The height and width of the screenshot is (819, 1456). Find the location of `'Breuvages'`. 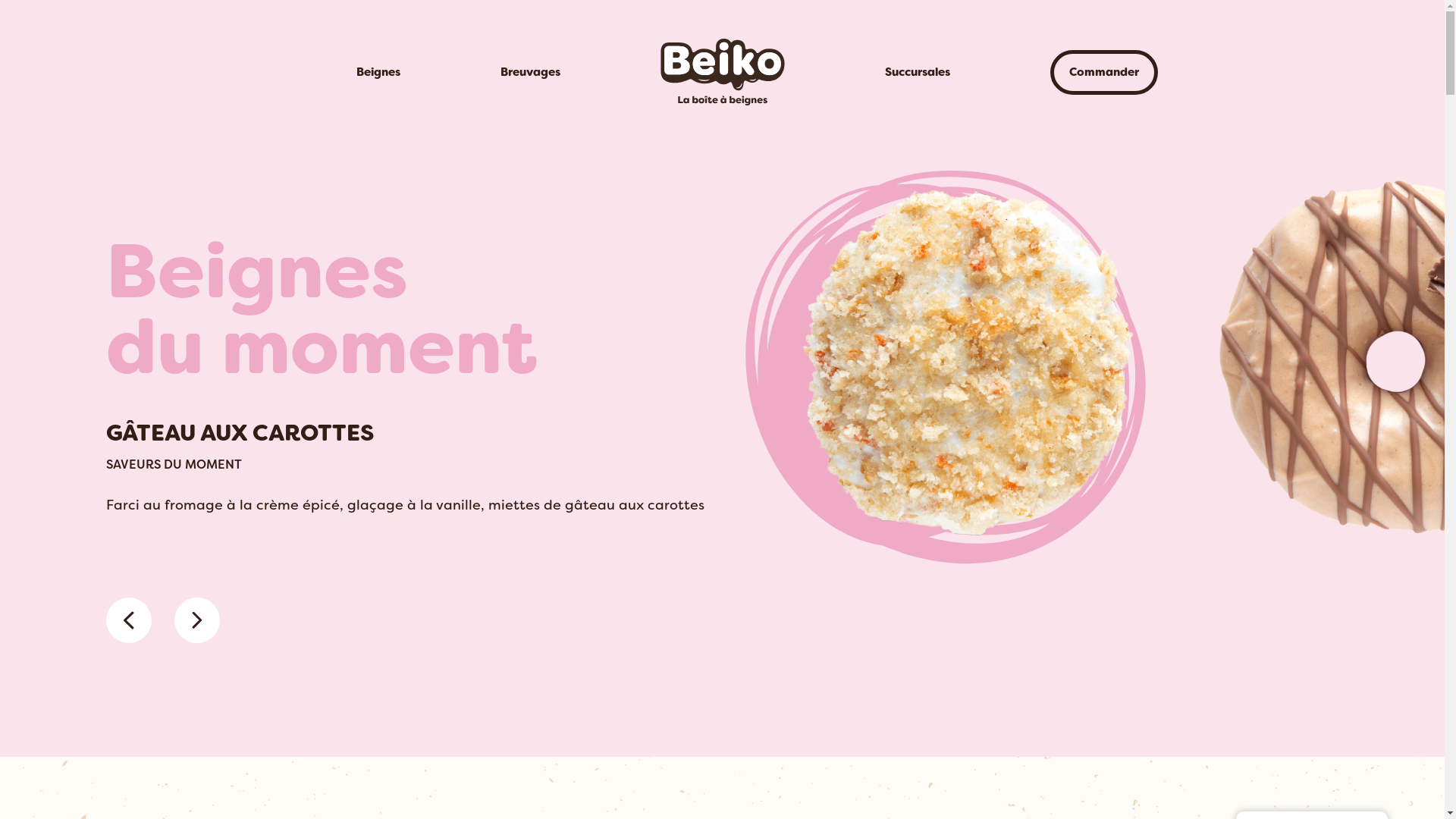

'Breuvages' is located at coordinates (529, 72).